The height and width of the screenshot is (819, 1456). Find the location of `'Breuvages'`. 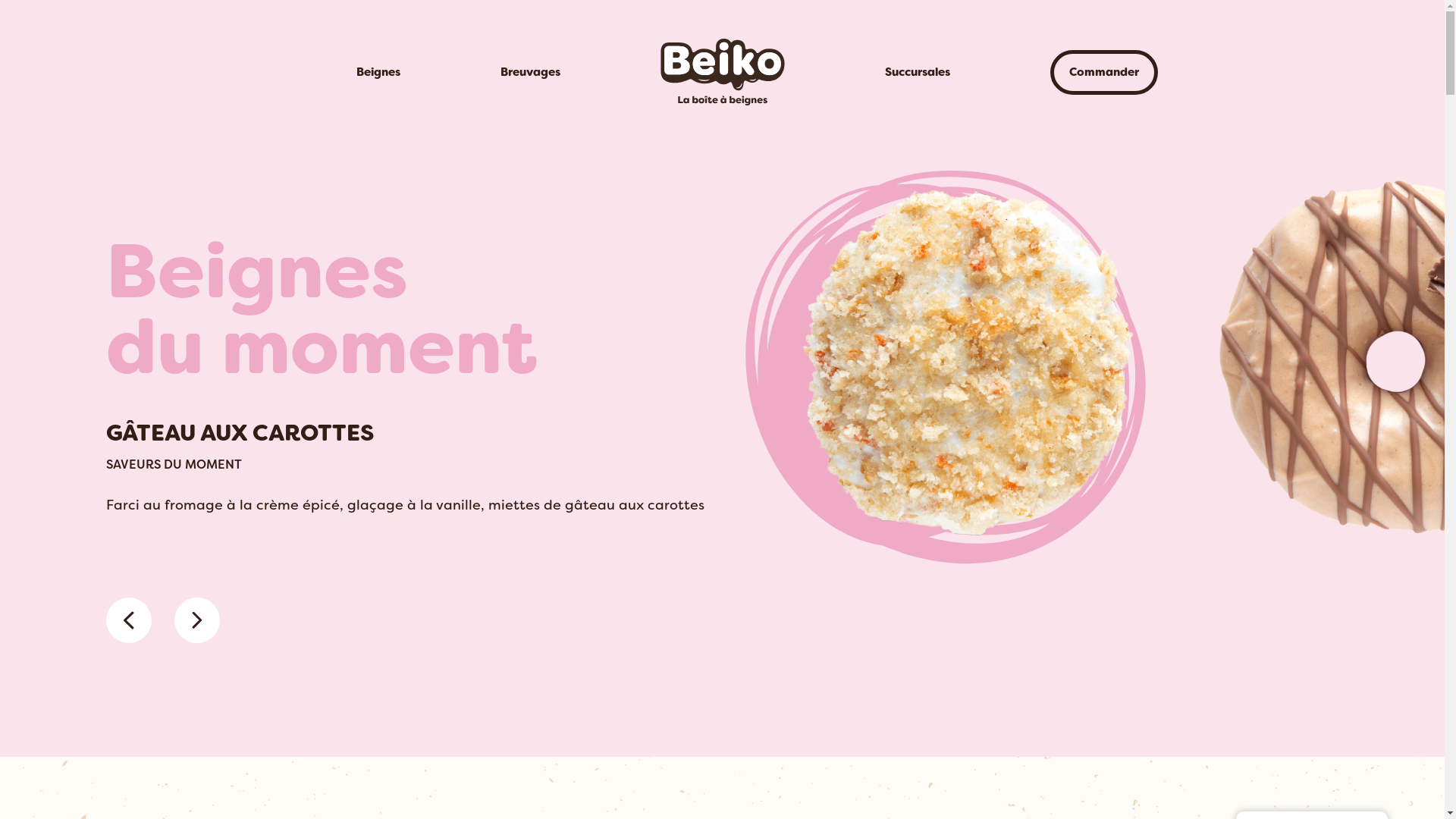

'Breuvages' is located at coordinates (529, 72).